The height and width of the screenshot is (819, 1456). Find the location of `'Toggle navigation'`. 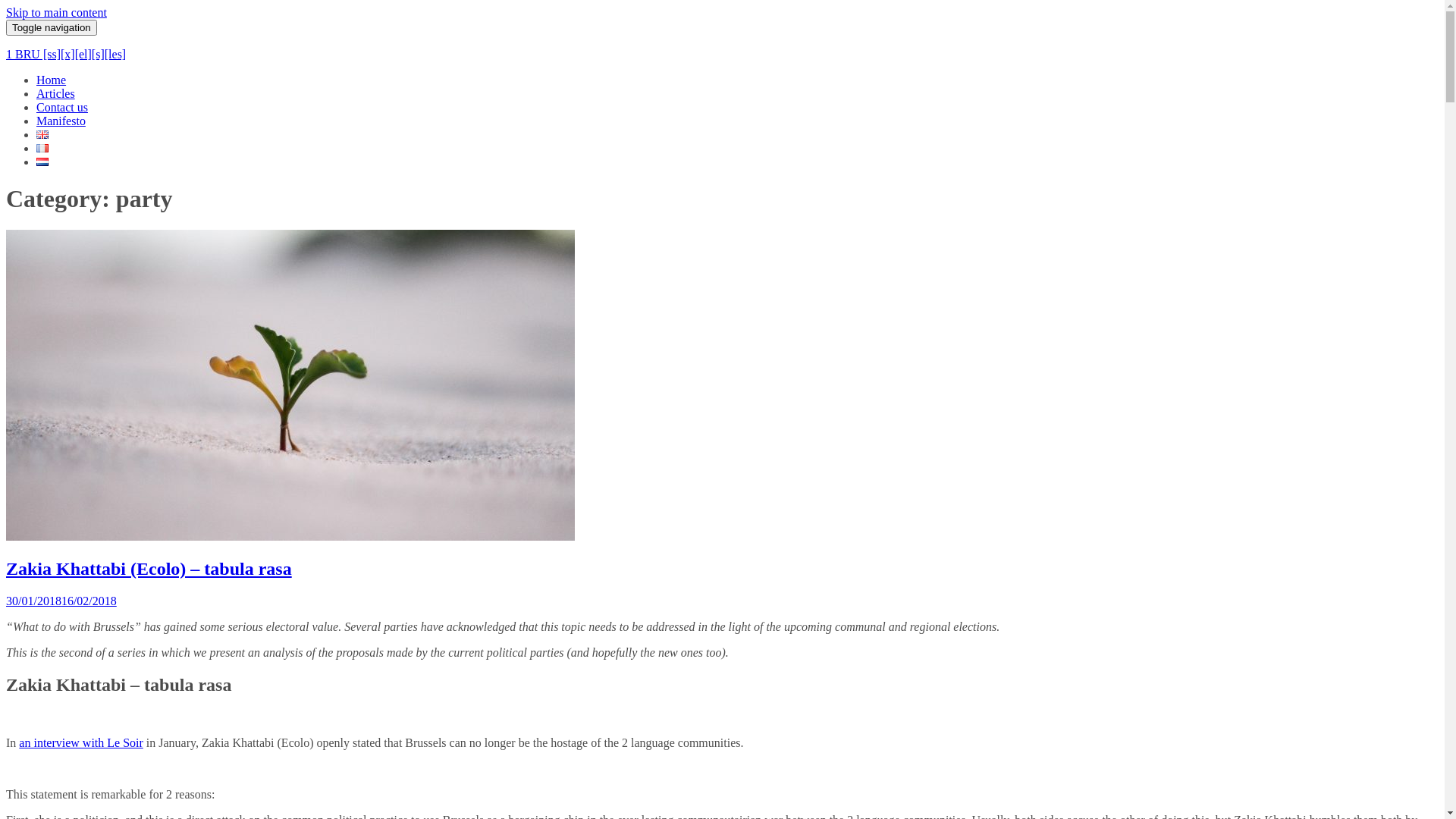

'Toggle navigation' is located at coordinates (51, 27).